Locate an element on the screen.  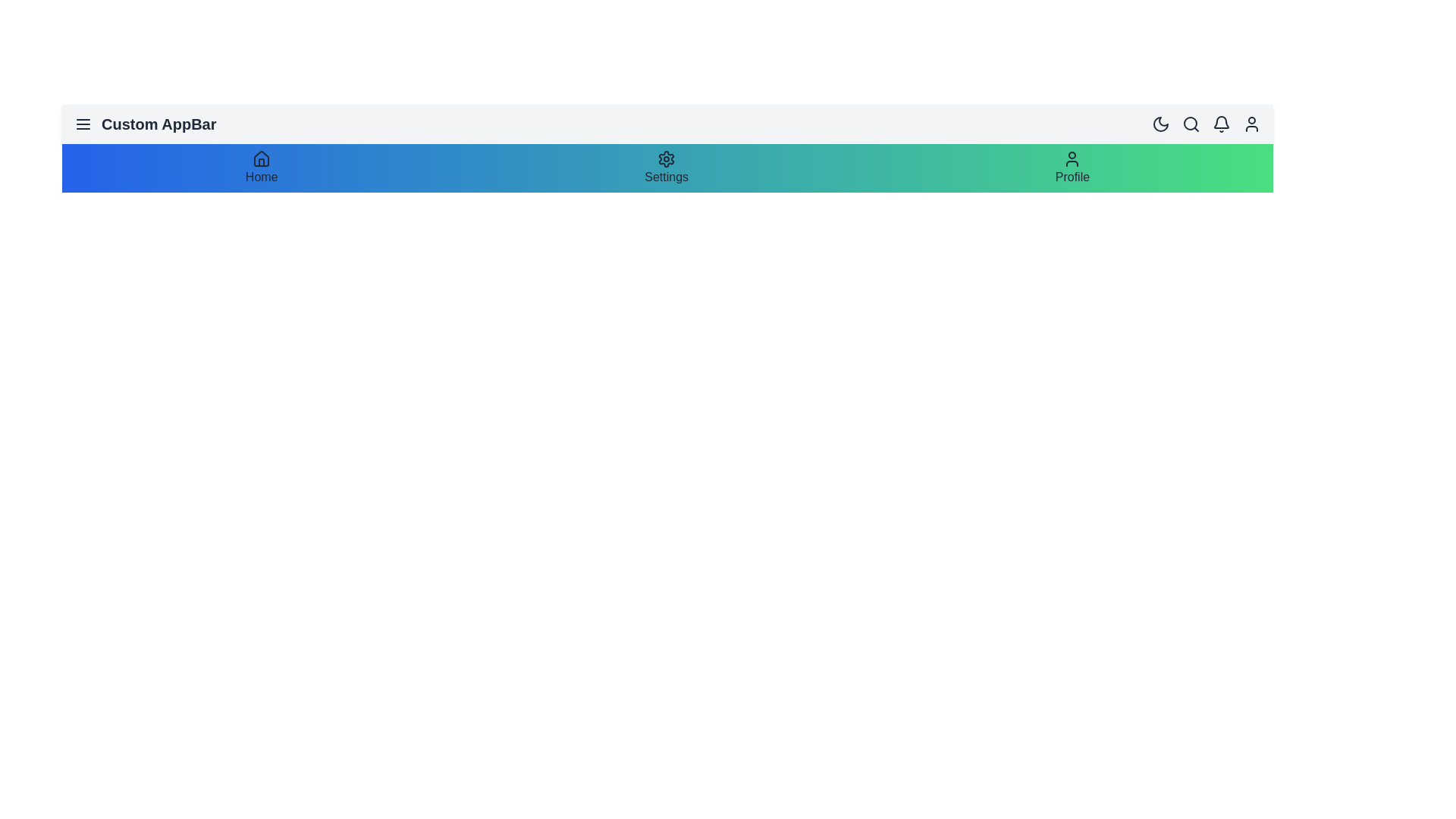
the menu toggle button to toggle the navigation menu visibility is located at coordinates (83, 124).